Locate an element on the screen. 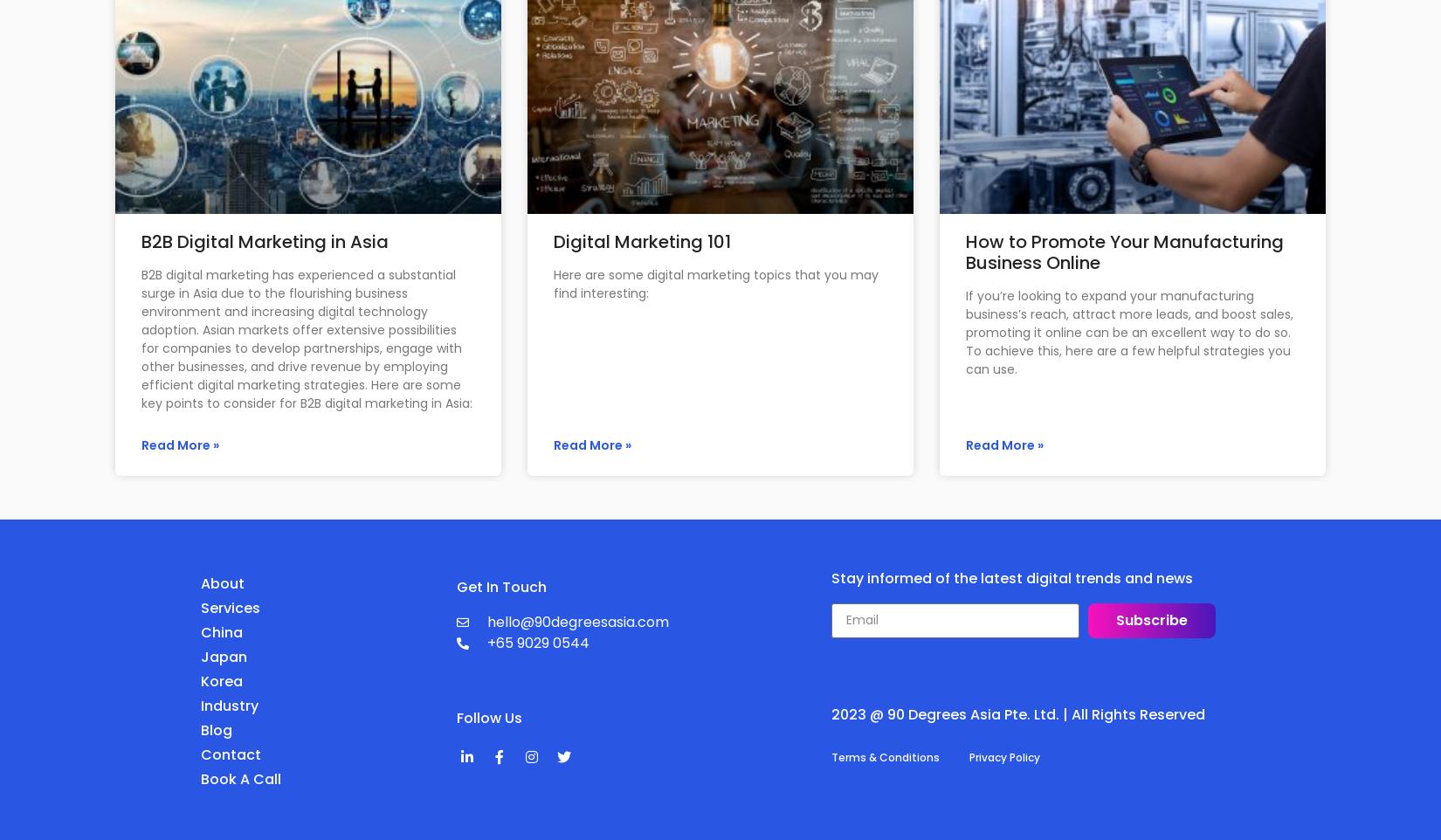 The width and height of the screenshot is (1441, 840). 'Subscribe' is located at coordinates (1150, 618).